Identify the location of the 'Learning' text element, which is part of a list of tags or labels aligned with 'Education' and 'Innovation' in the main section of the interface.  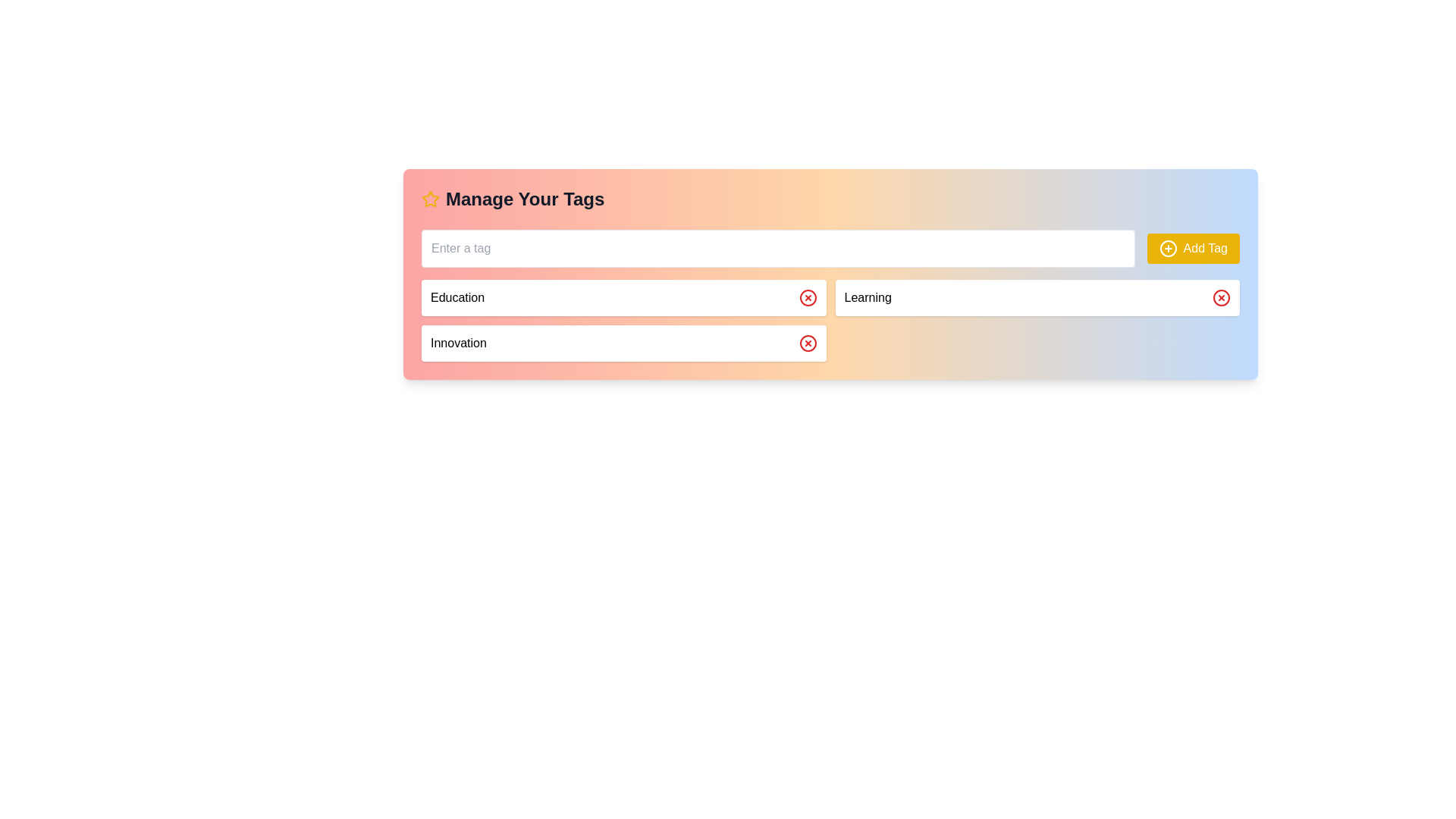
(868, 298).